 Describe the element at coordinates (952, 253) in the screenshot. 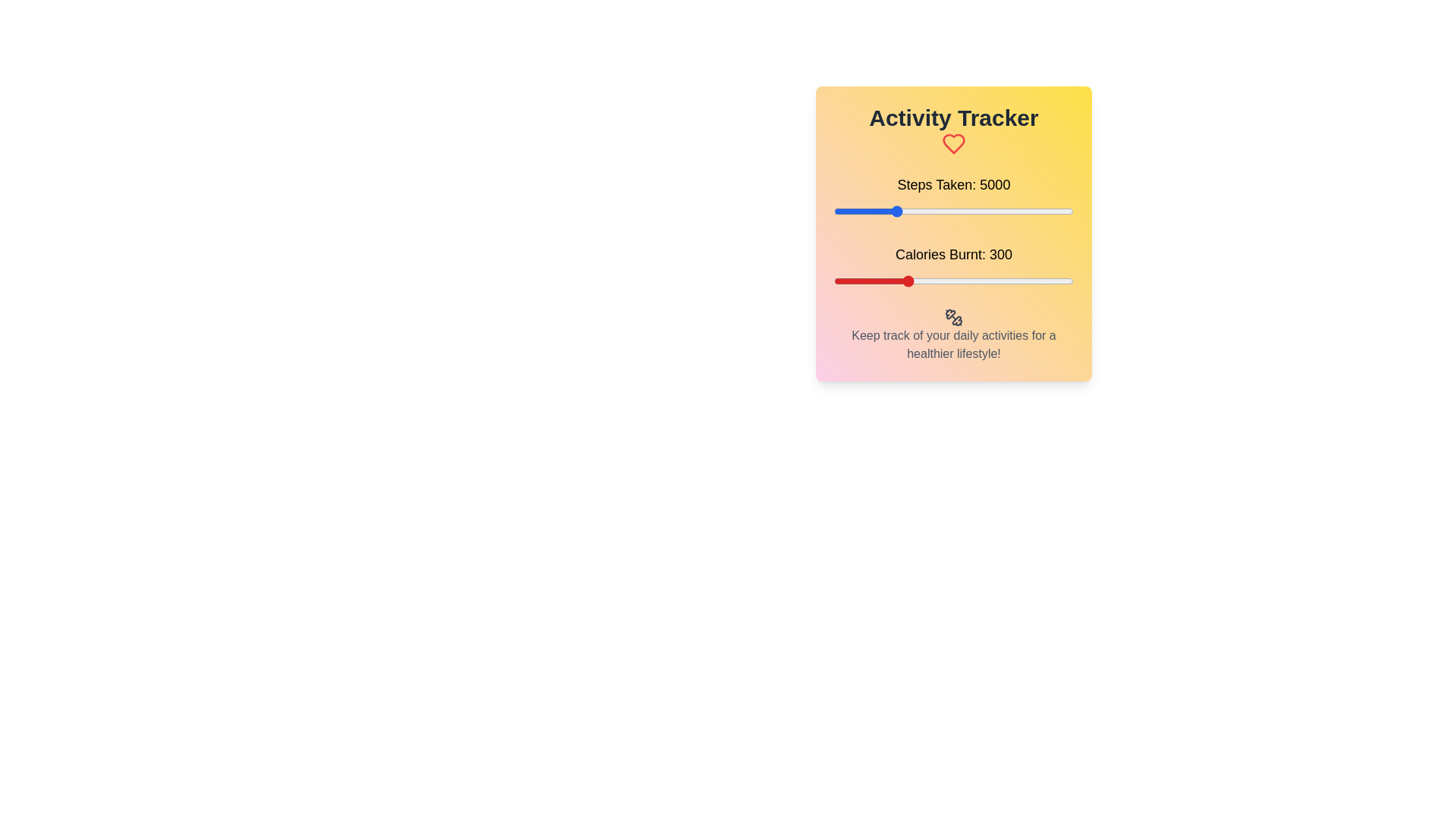

I see `the text label displaying 'Calories Burnt: 300', which is centered in the activity tracking section, located below 'Steps Taken: 5000'` at that location.